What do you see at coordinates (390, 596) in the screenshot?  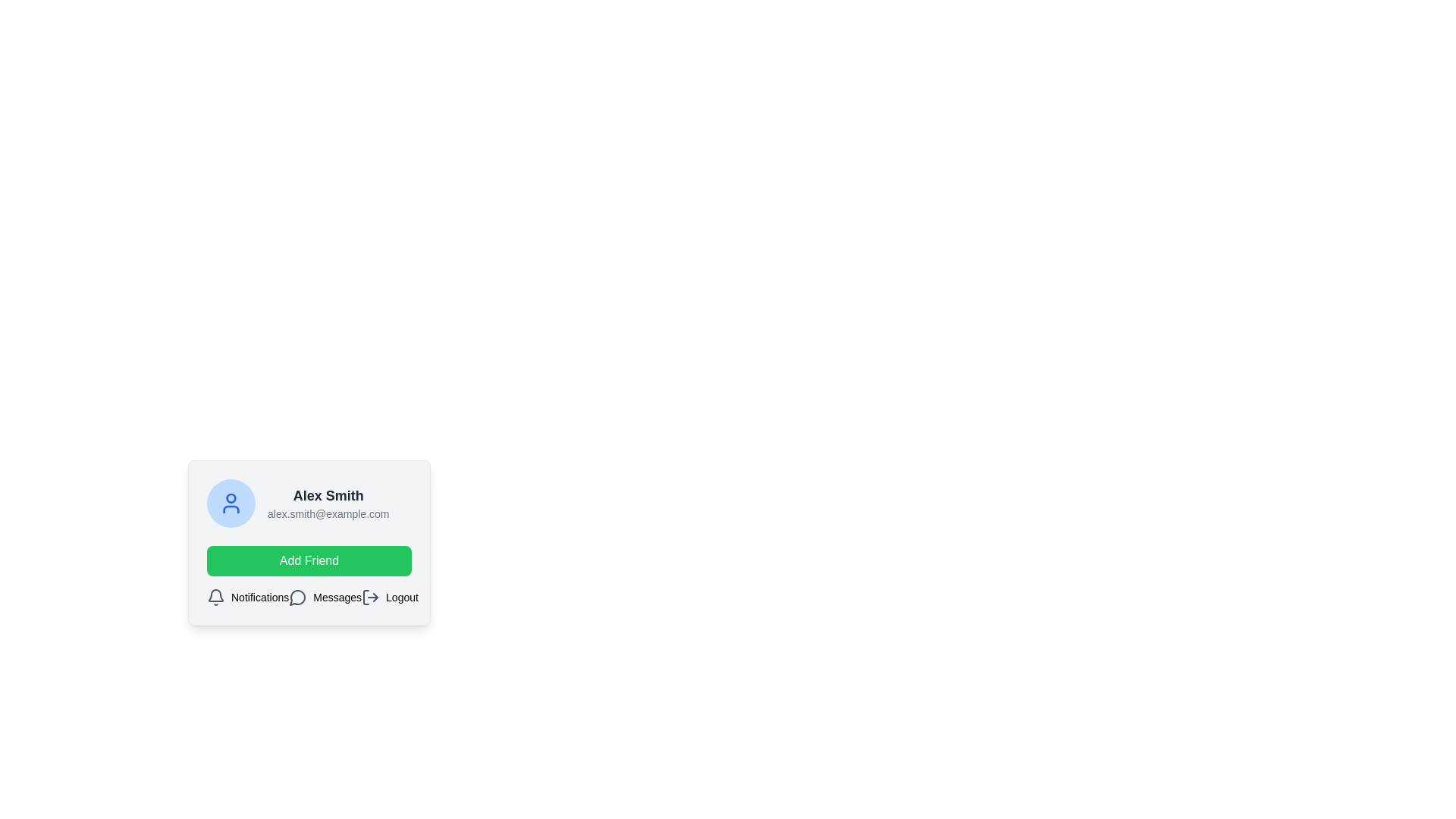 I see `the Logout button, which features an icon resembling a logout symbol and the text 'Logout', located at the bottom-right of the interface` at bounding box center [390, 596].